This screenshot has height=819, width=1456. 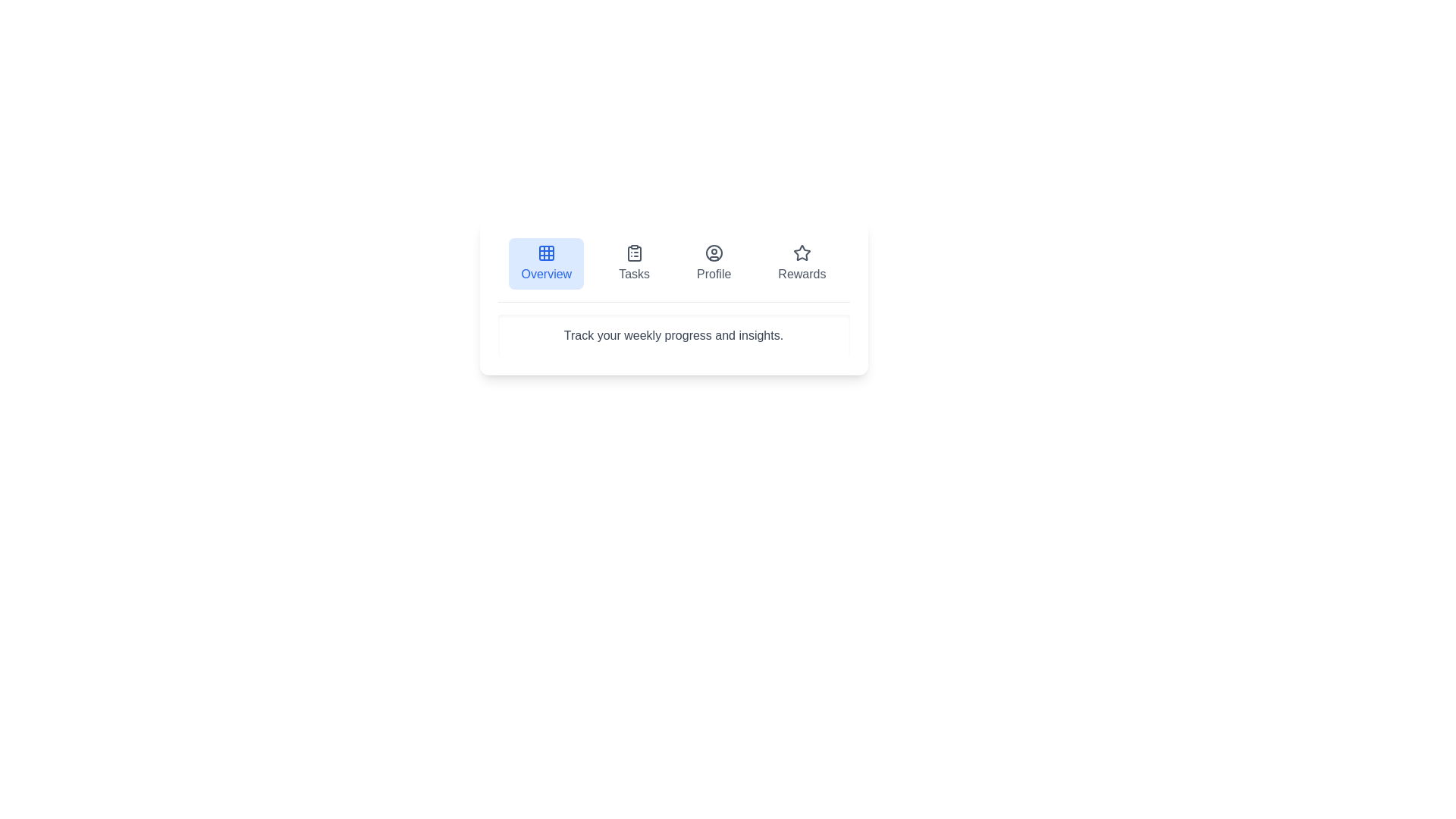 What do you see at coordinates (673, 297) in the screenshot?
I see `the navigation bar within the Composite section that includes links for 'Overview,' 'Tasks,' 'Profile,' and 'Rewards' to switch sections` at bounding box center [673, 297].